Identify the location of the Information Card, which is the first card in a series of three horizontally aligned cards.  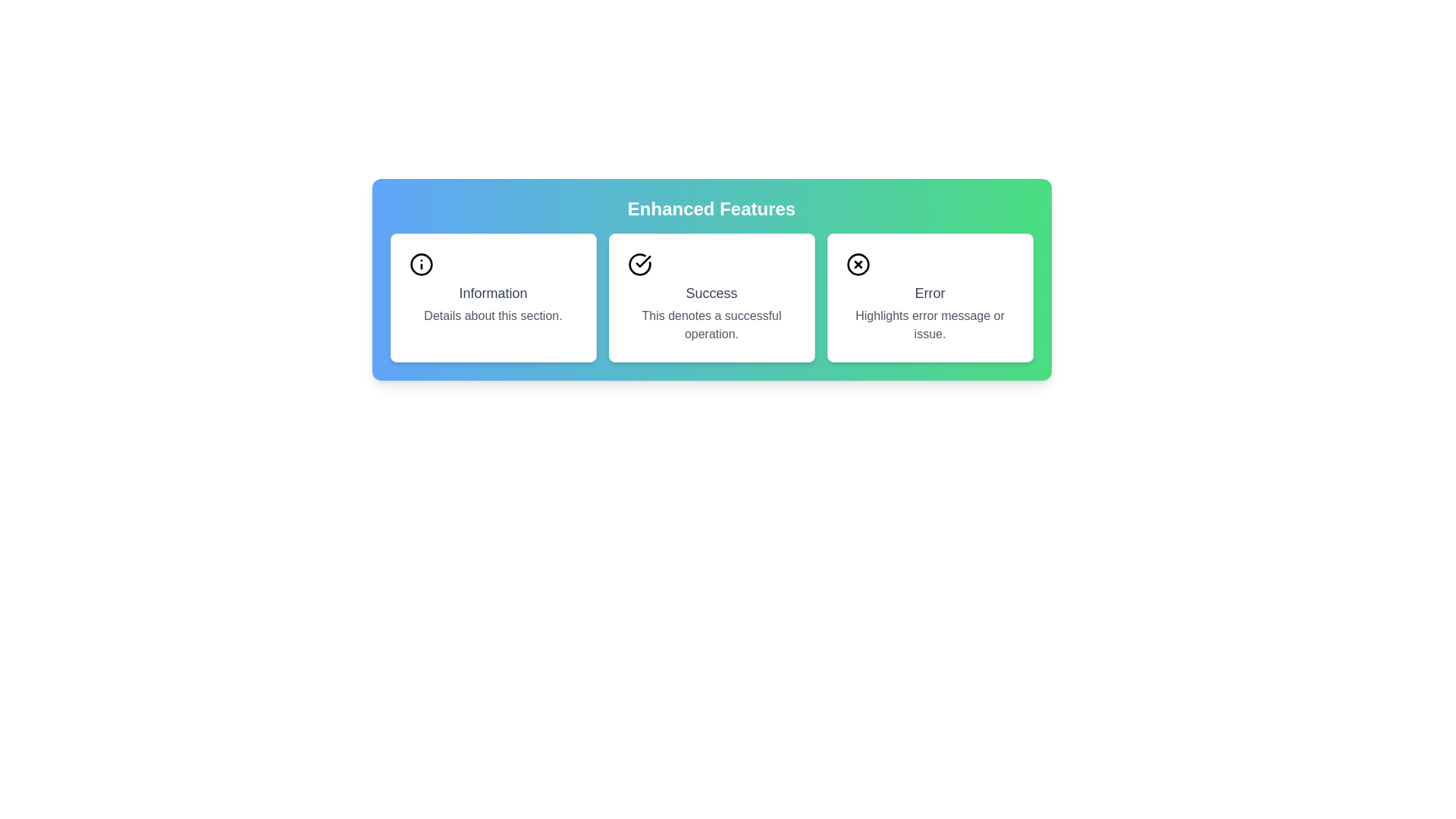
(493, 298).